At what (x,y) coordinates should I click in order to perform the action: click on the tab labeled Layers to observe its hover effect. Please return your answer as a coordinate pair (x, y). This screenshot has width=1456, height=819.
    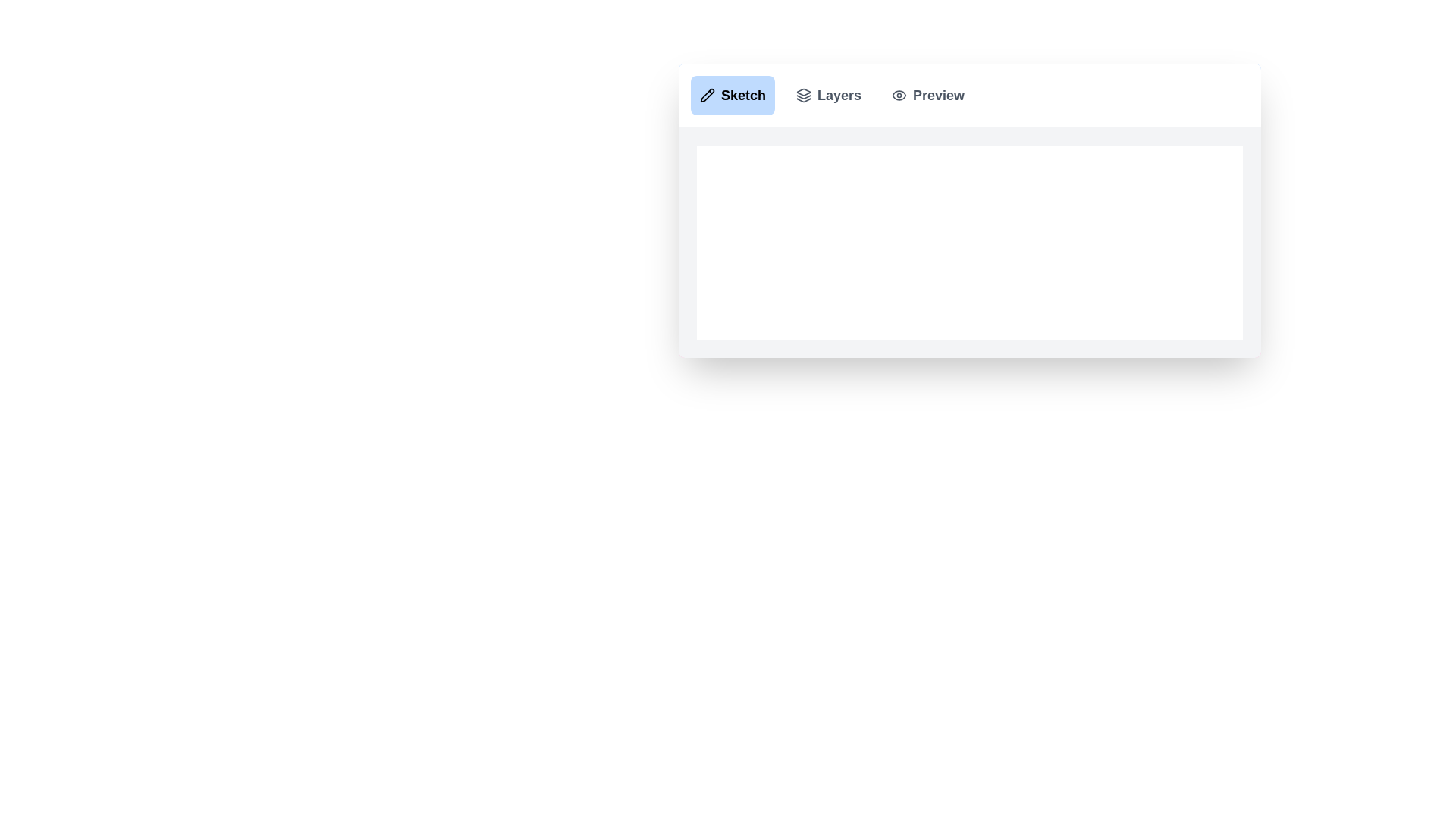
    Looking at the image, I should click on (828, 96).